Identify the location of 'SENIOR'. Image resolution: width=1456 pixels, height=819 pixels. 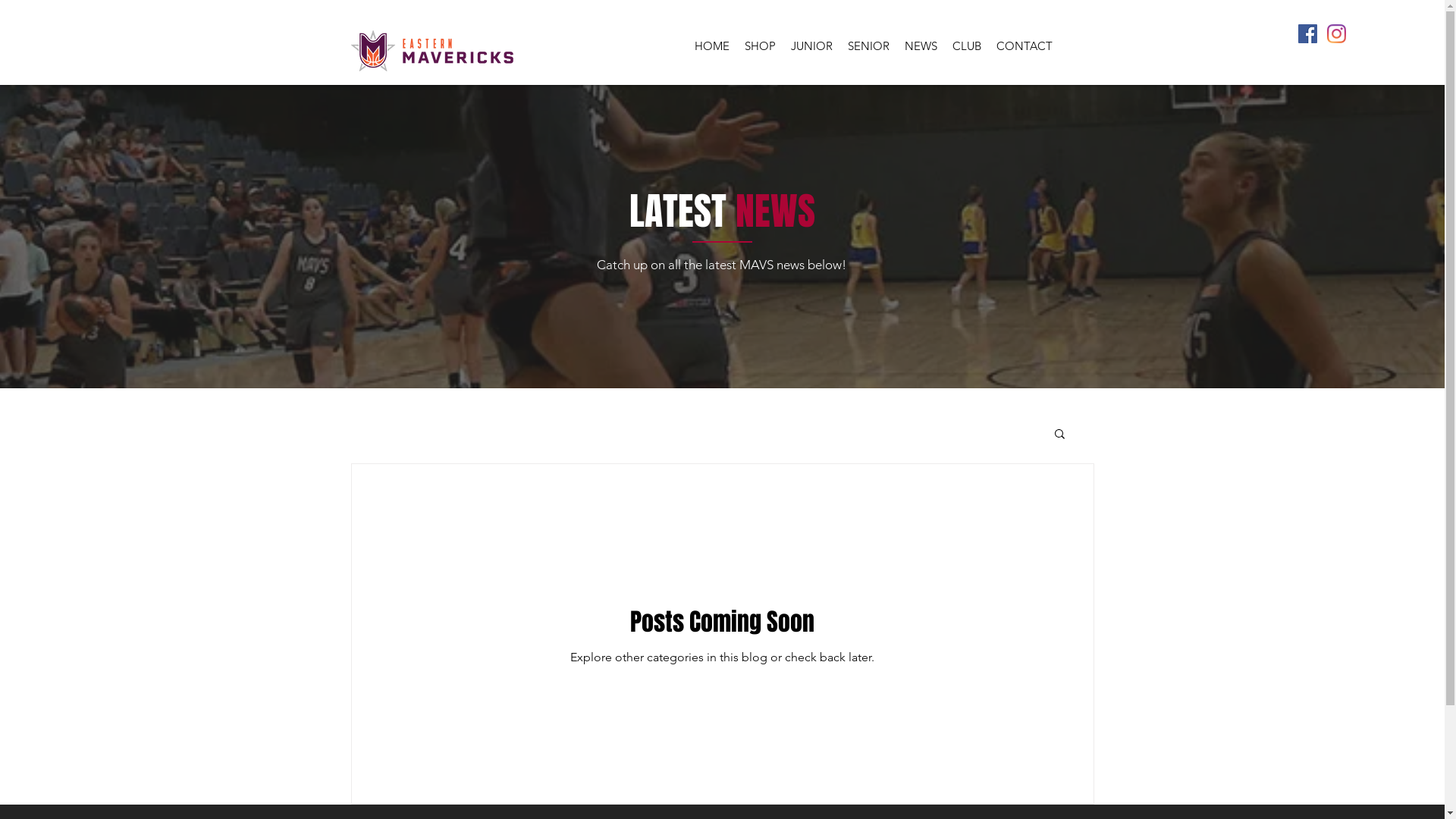
(868, 45).